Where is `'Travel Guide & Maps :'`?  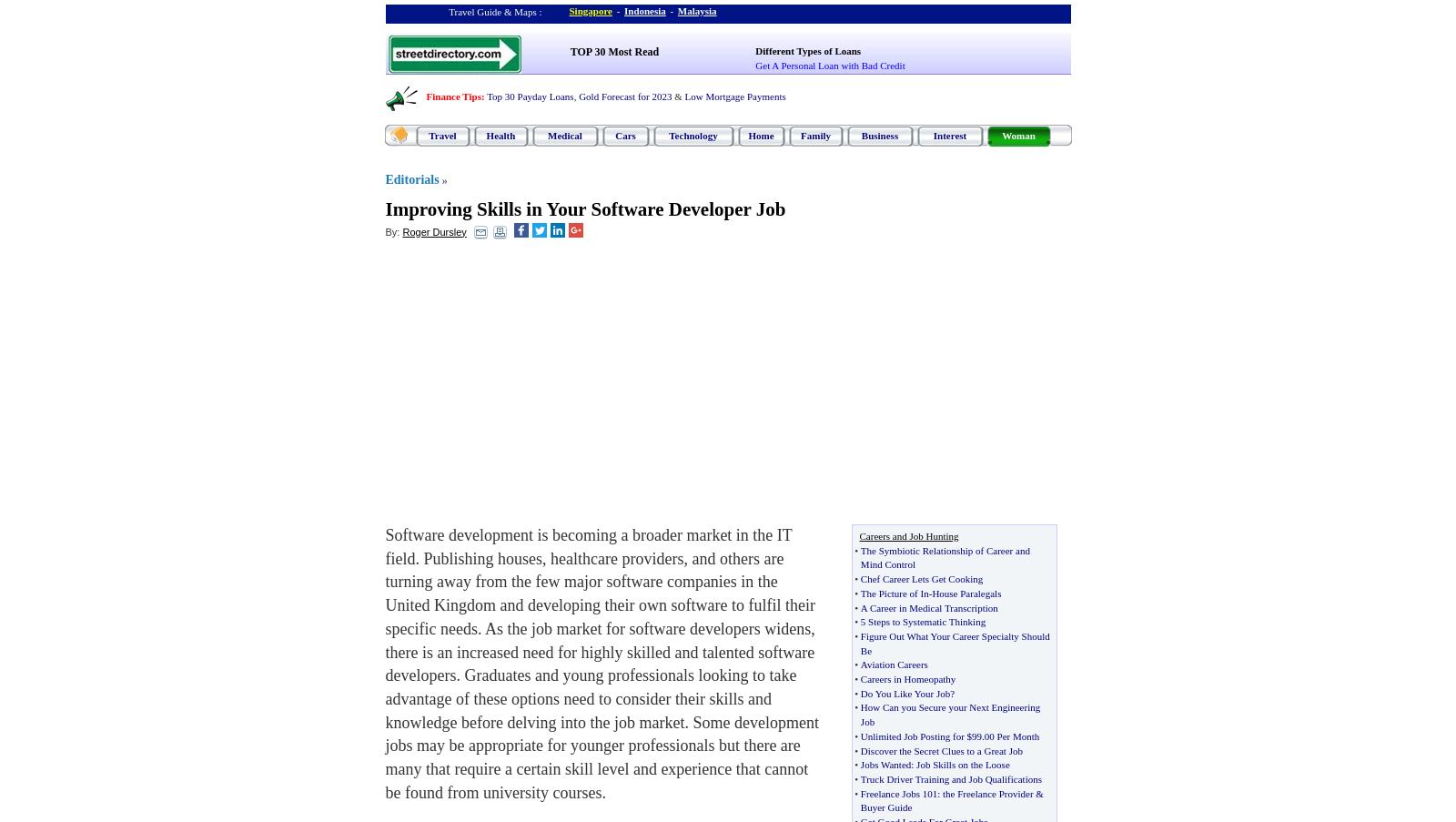
'Travel Guide & Maps :' is located at coordinates (445, 11).